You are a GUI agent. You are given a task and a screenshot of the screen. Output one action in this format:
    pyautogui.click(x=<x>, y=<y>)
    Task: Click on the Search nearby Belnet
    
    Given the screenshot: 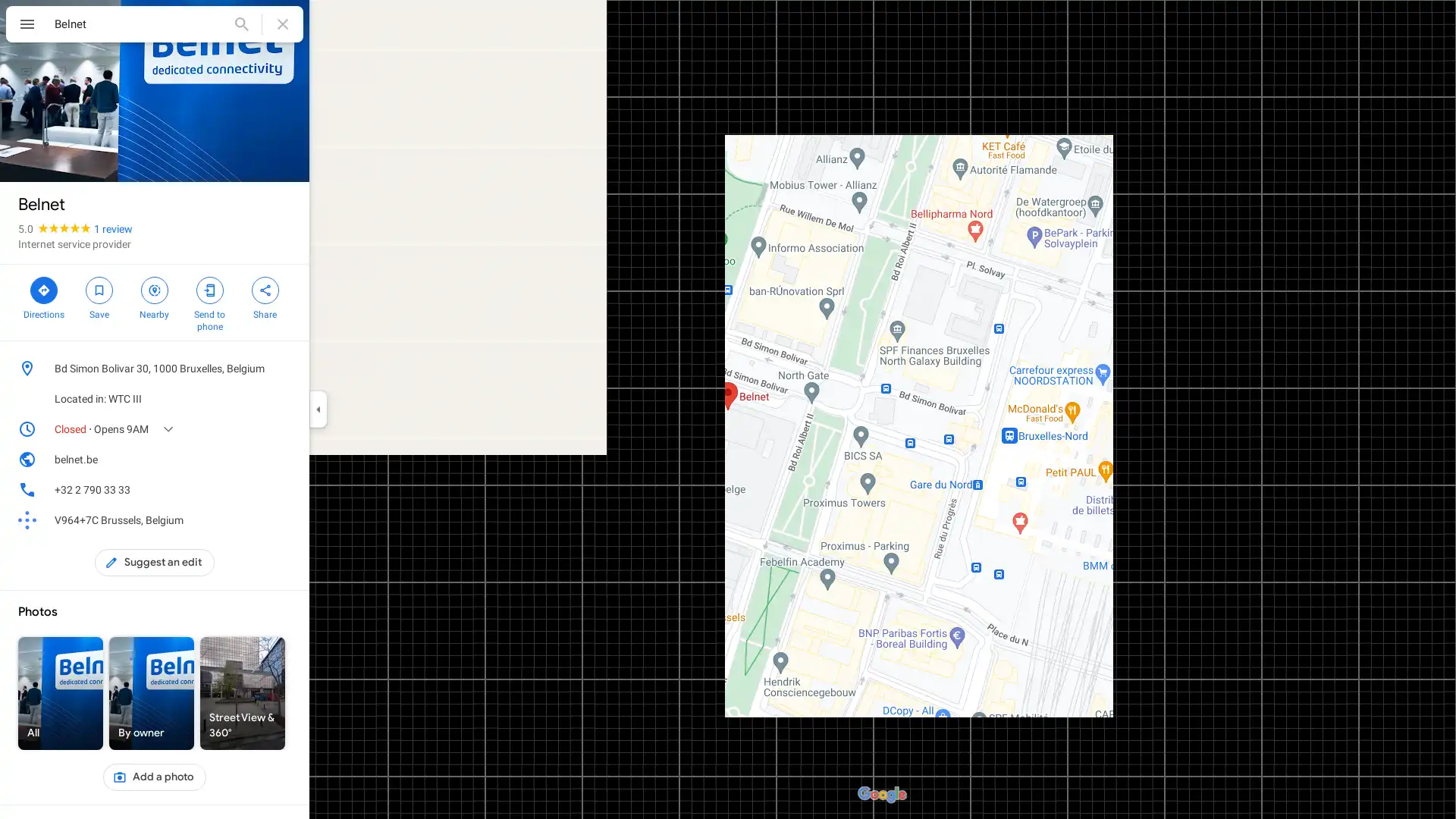 What is the action you would take?
    pyautogui.click(x=154, y=296)
    